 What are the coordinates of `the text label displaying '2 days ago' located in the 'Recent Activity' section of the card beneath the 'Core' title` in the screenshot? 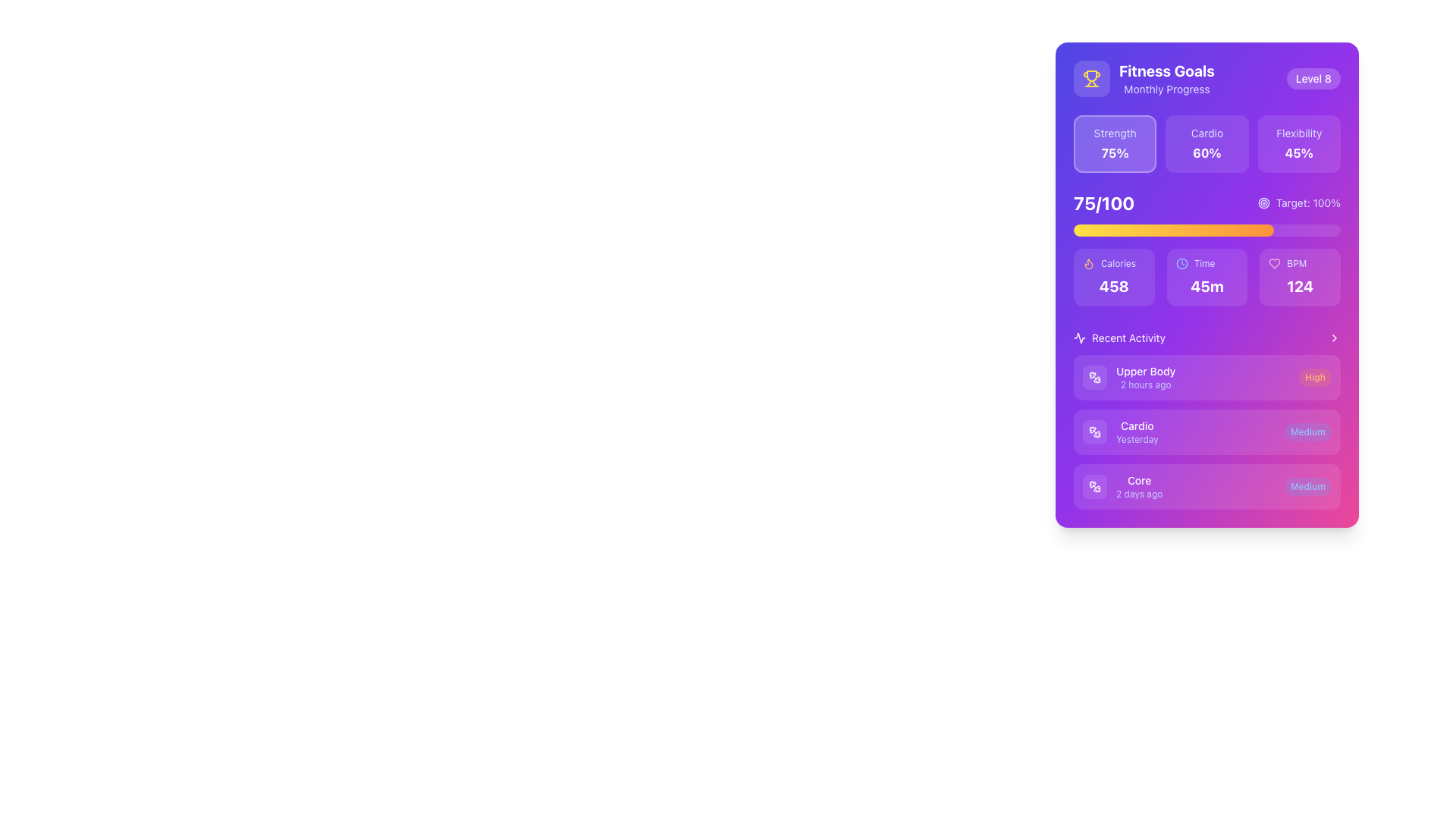 It's located at (1139, 494).